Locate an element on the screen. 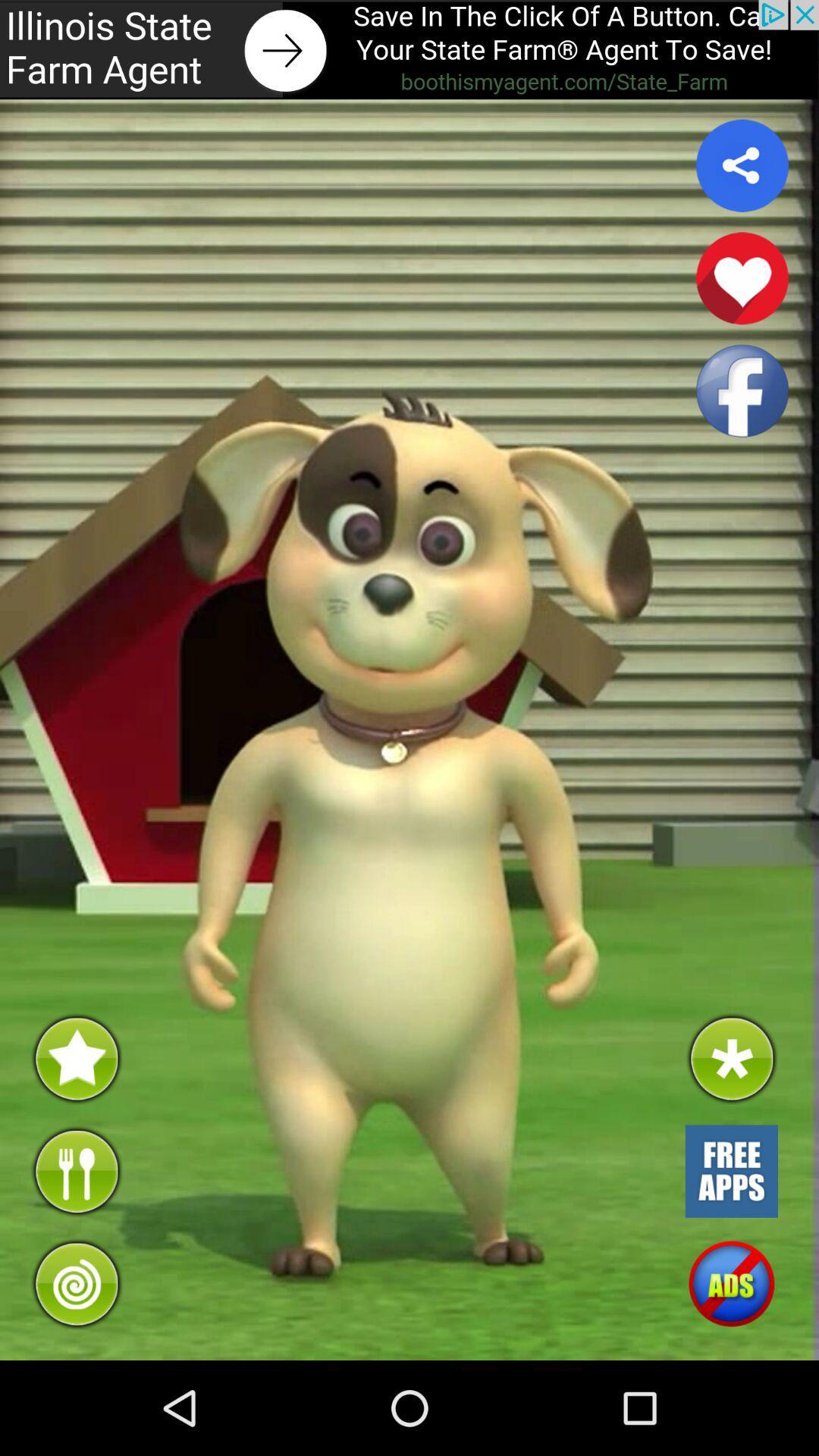  app store is located at coordinates (730, 1170).